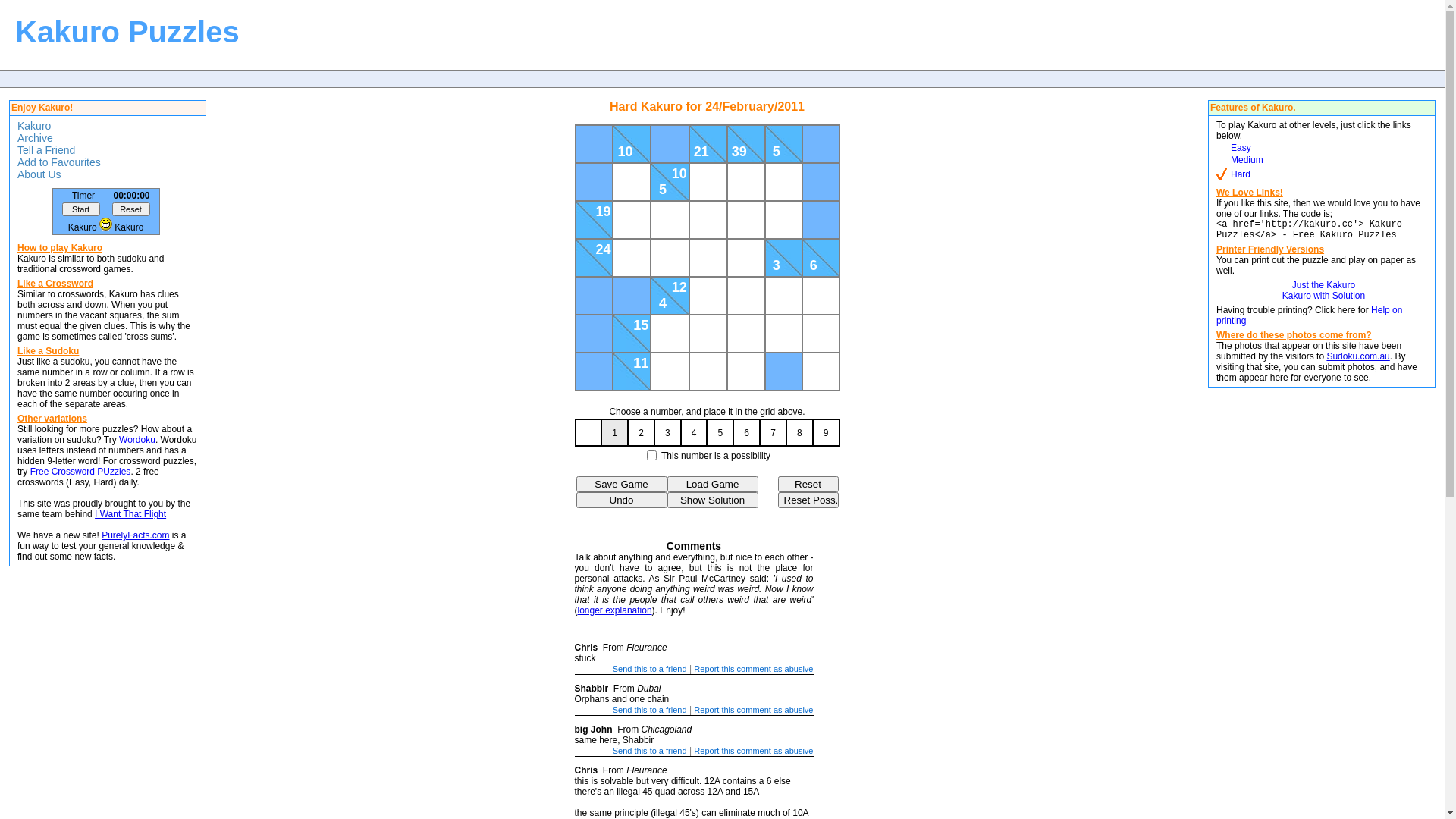 The width and height of the screenshot is (1456, 819). What do you see at coordinates (622, 500) in the screenshot?
I see `'Undo'` at bounding box center [622, 500].